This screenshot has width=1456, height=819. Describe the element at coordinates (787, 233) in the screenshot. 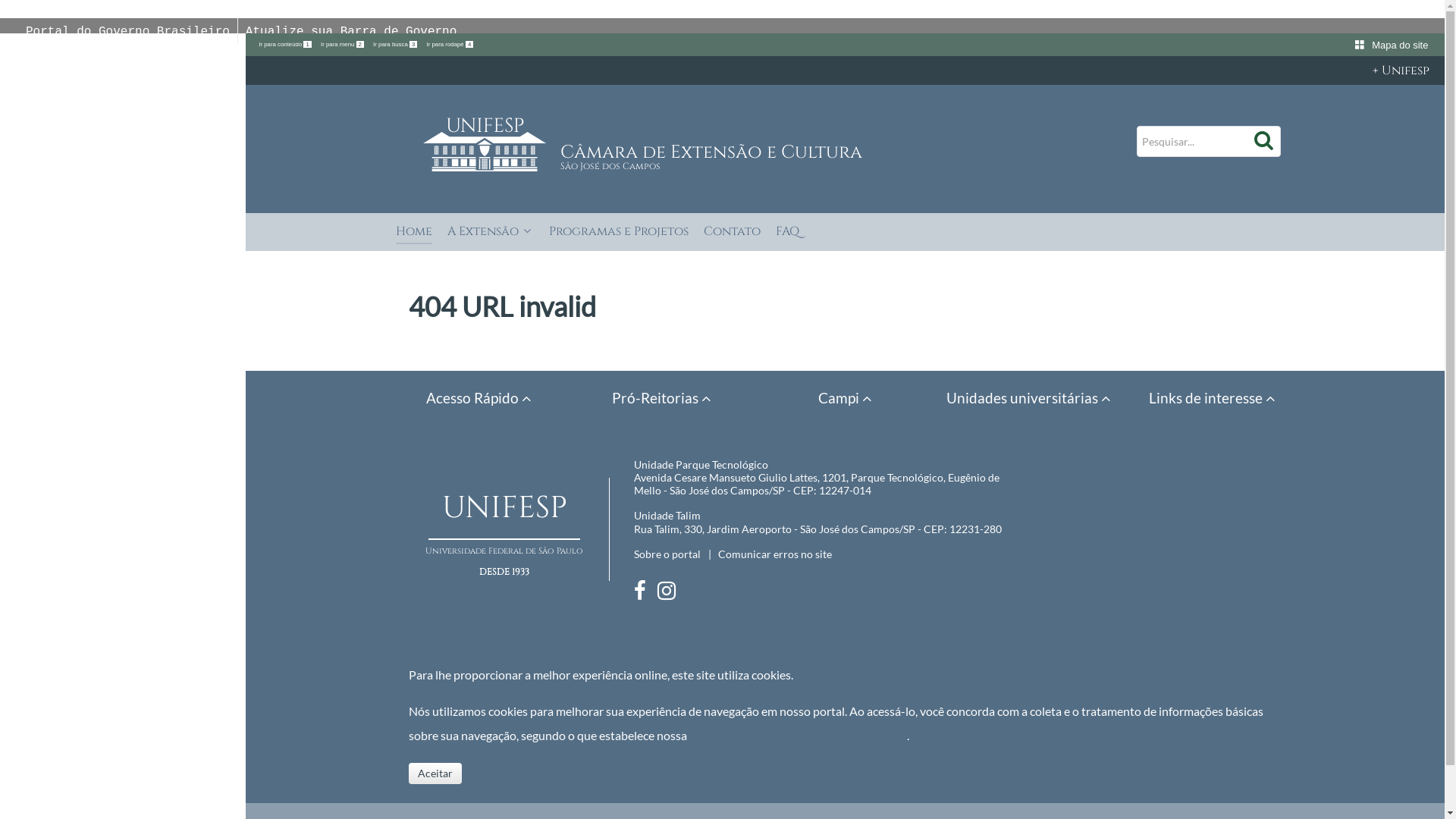

I see `'FAQ'` at that location.